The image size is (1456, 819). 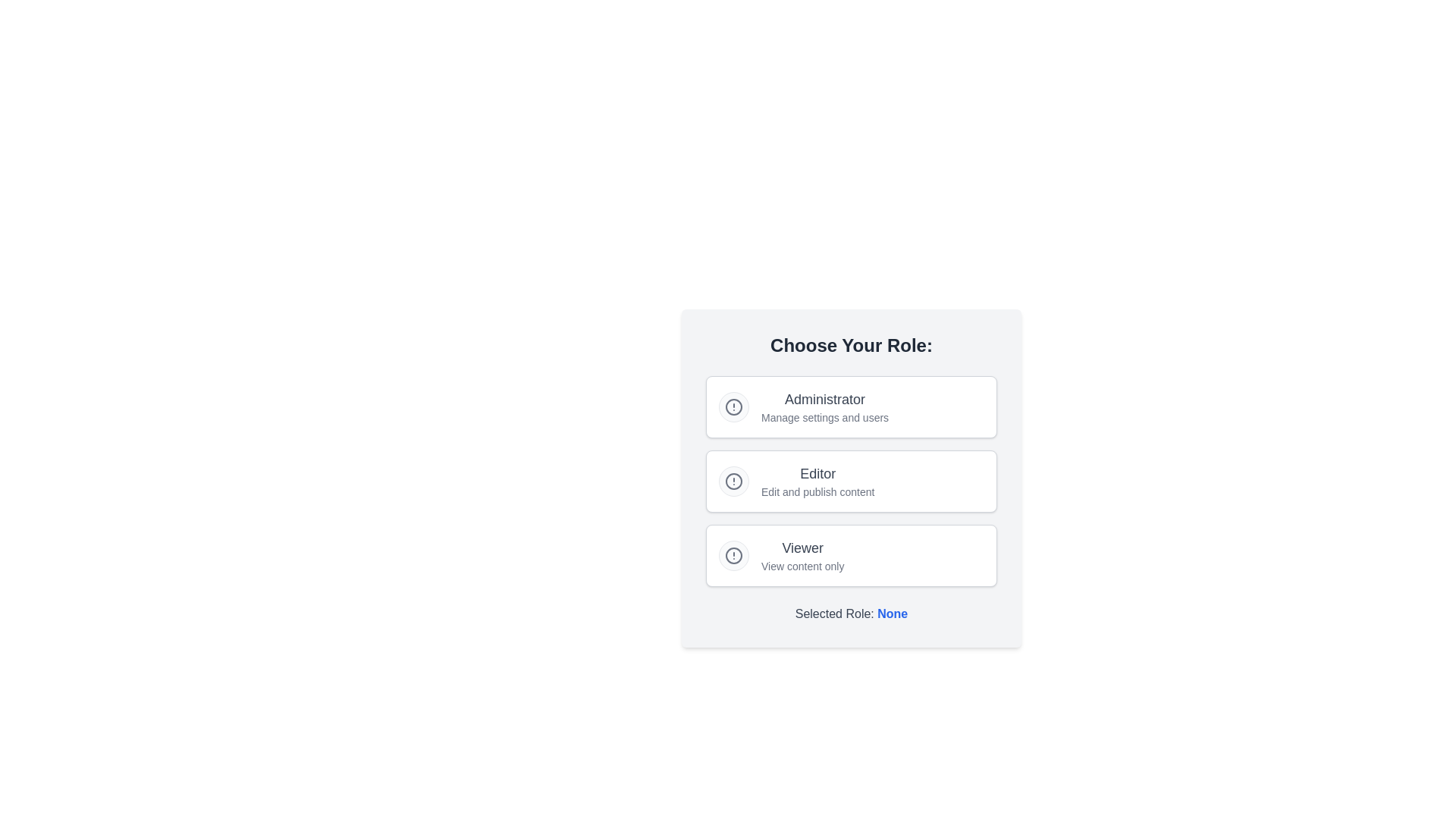 What do you see at coordinates (852, 482) in the screenshot?
I see `the 'Editor' role selection button, which is a rectangular button with rounded corners, styled in white with a gray border, containing the title 'Editor' and a subtitle 'Edit and publish content'` at bounding box center [852, 482].